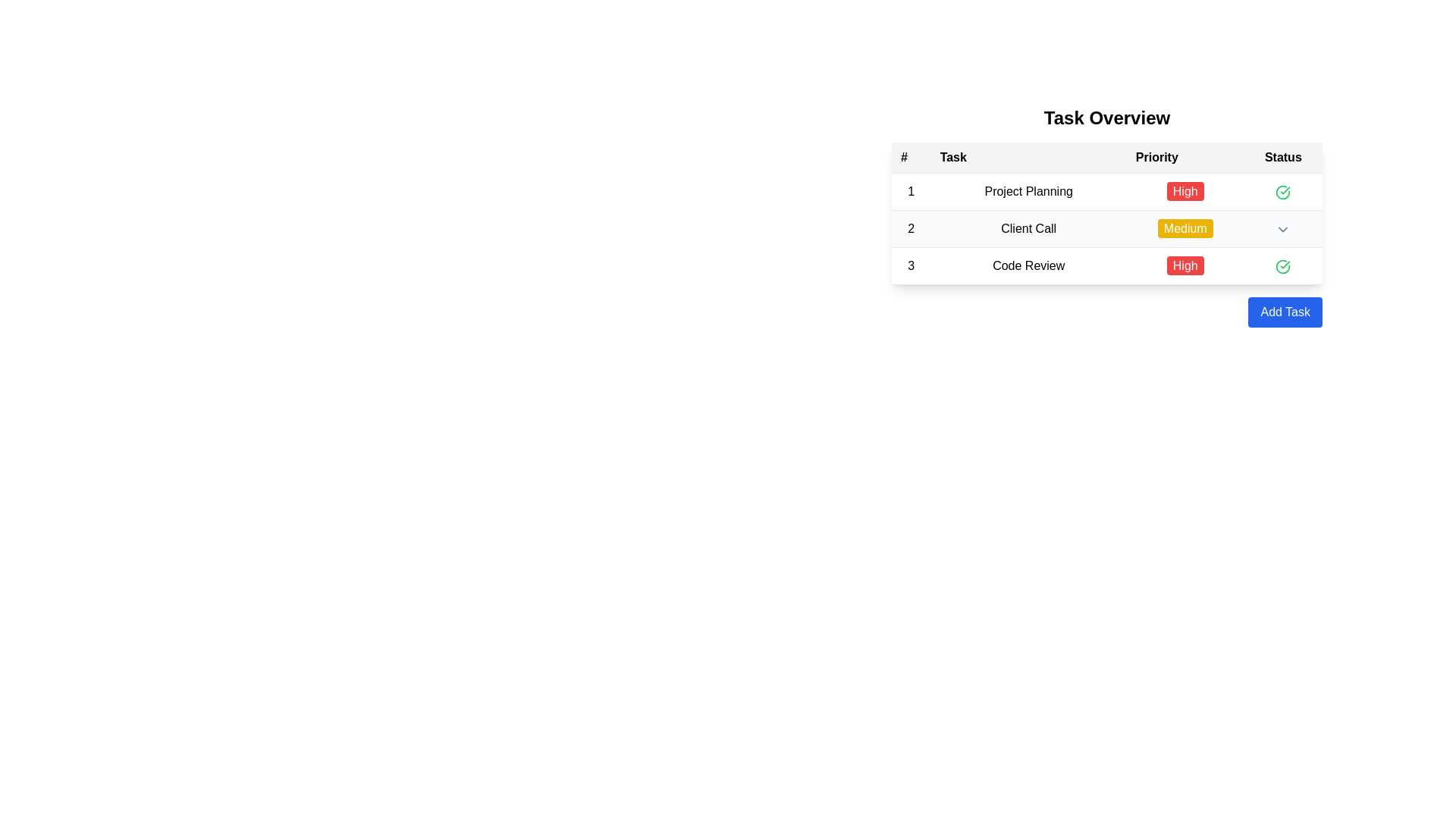 Image resolution: width=1456 pixels, height=819 pixels. Describe the element at coordinates (1282, 228) in the screenshot. I see `the chevron dropdown indicator in the last cell of the second row of the 'Task Overview' table by` at that location.